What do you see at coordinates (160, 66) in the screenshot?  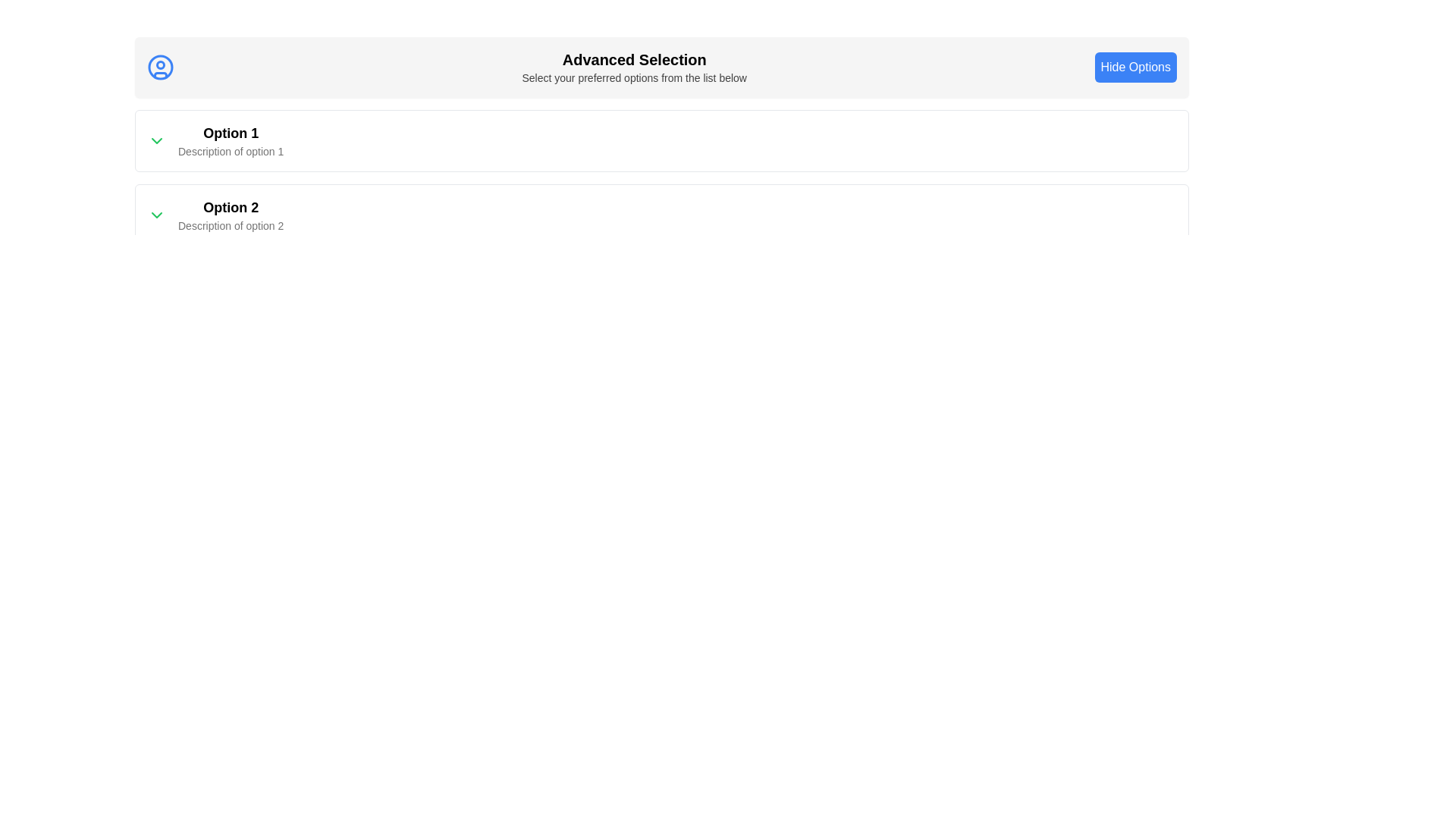 I see `the user silhouette icon with a blue outline located at the top left corner of the header section, next to the text 'Advanced Selection'` at bounding box center [160, 66].